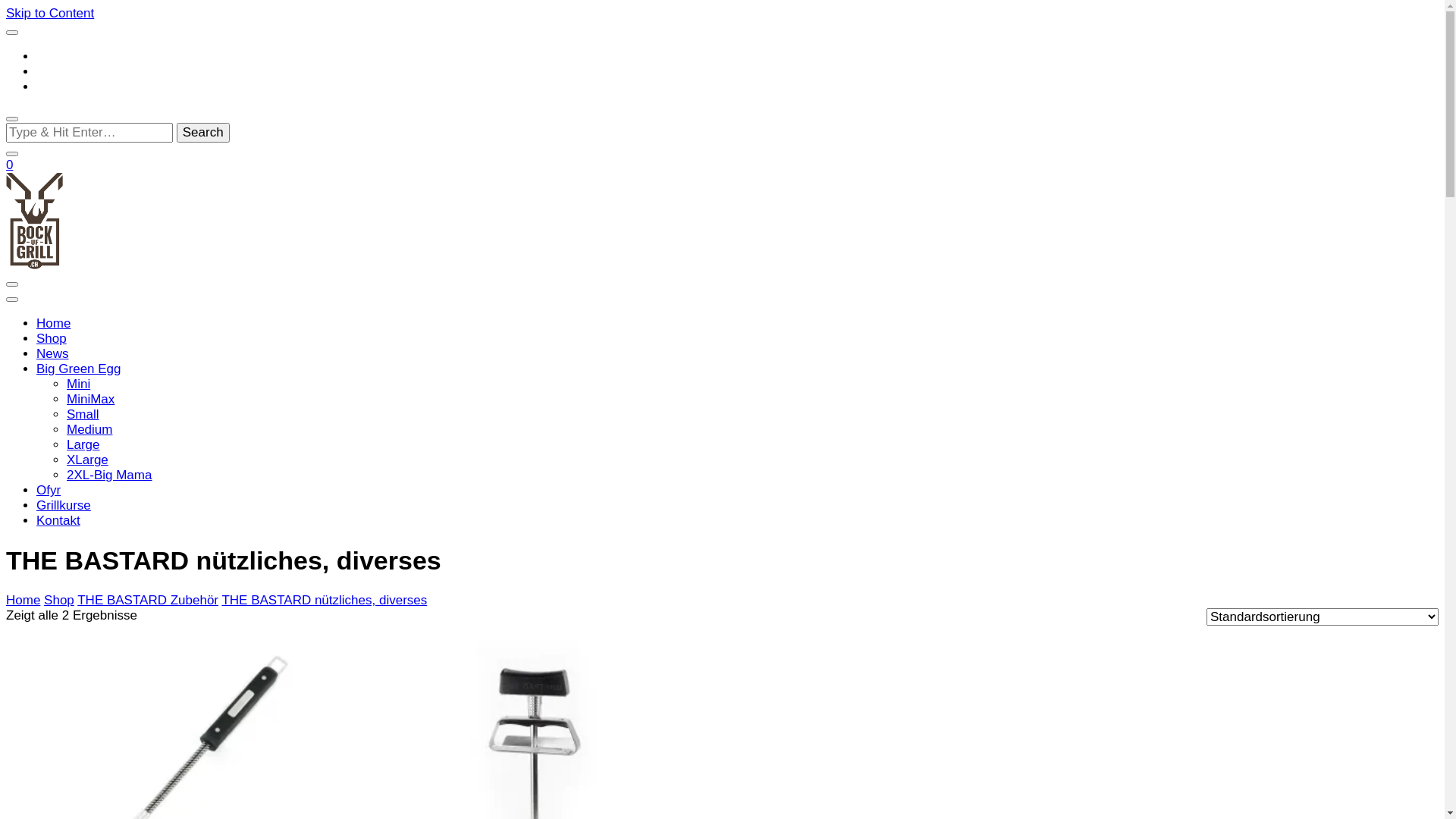 The height and width of the screenshot is (819, 1456). Describe the element at coordinates (52, 353) in the screenshot. I see `'News'` at that location.